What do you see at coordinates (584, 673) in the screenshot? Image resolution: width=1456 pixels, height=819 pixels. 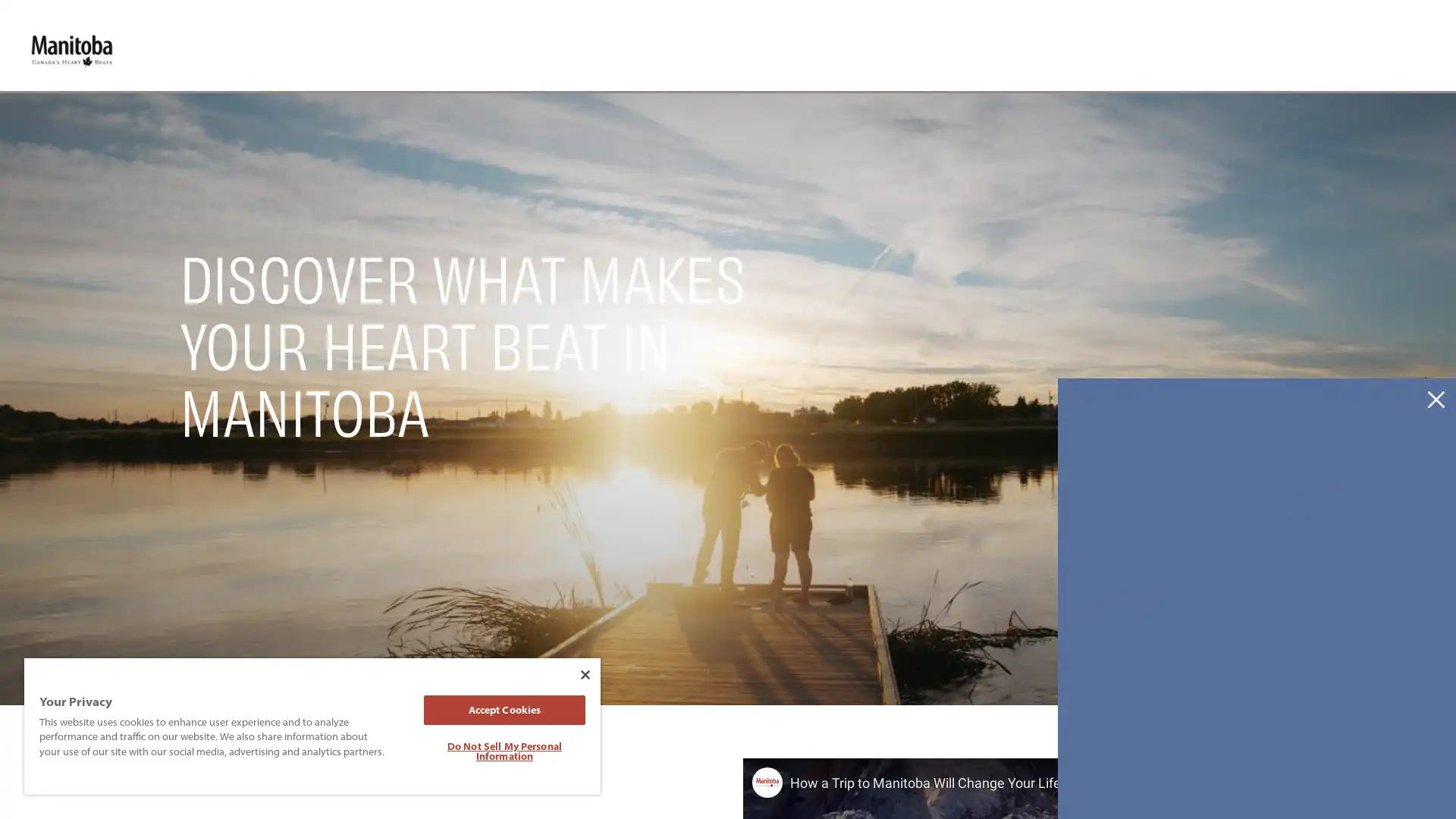 I see `Close` at bounding box center [584, 673].